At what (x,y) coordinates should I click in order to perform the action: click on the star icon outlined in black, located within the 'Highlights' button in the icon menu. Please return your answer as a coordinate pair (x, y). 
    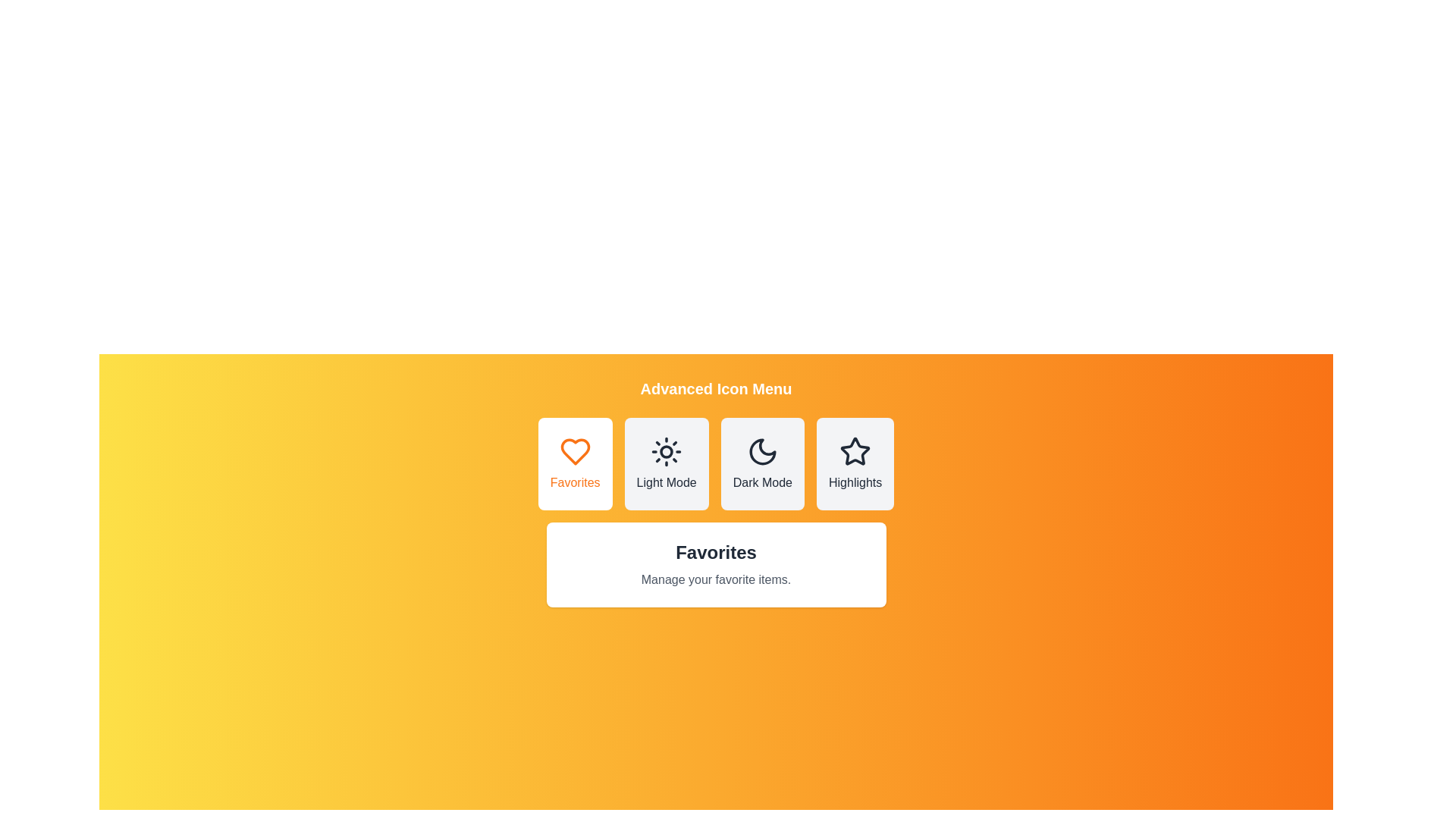
    Looking at the image, I should click on (855, 450).